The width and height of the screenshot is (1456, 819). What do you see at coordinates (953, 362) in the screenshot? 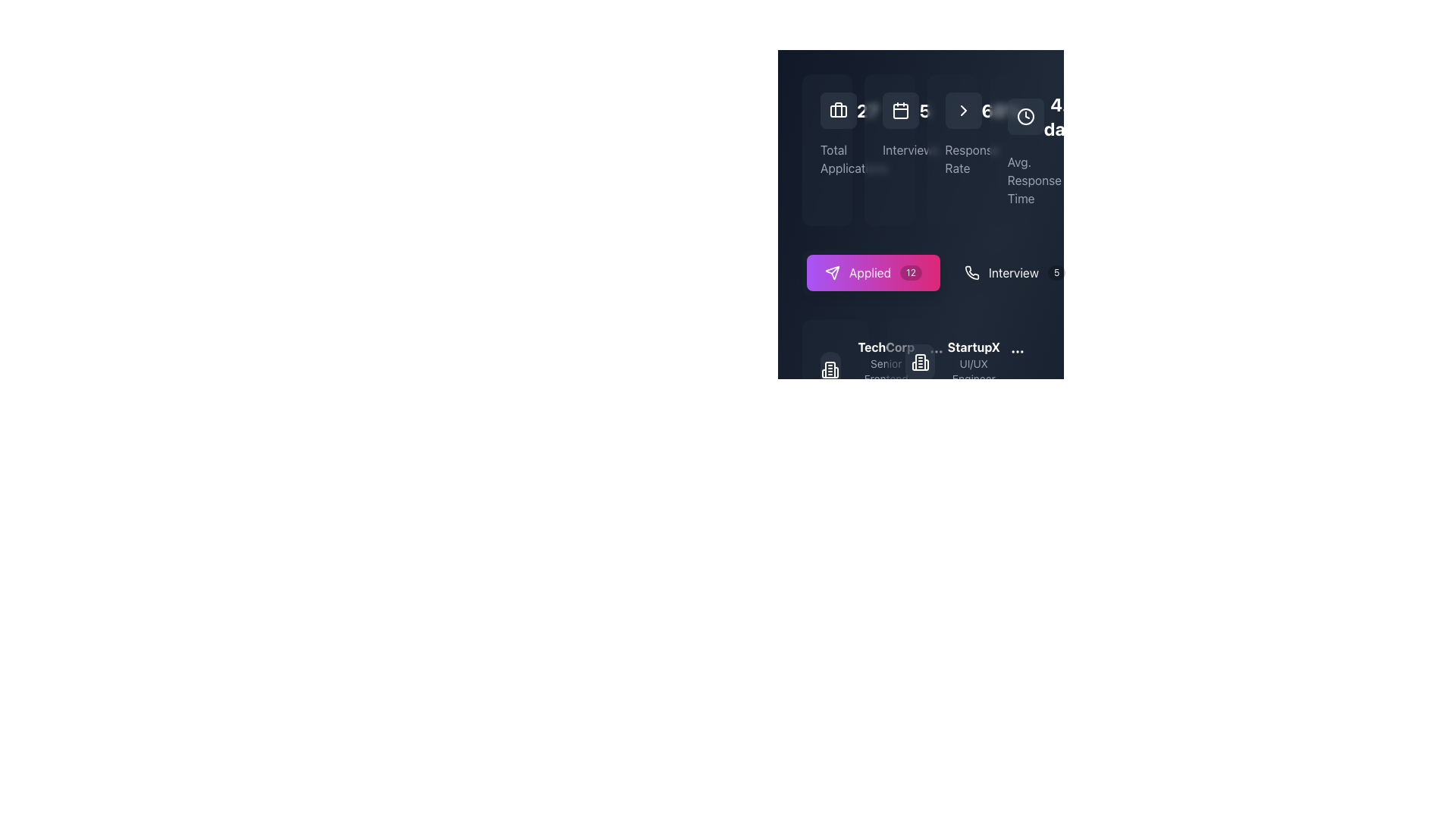
I see `the List item with the logo icon and text that reads 'StartupX' and 'UI/UX Engineer'` at bounding box center [953, 362].